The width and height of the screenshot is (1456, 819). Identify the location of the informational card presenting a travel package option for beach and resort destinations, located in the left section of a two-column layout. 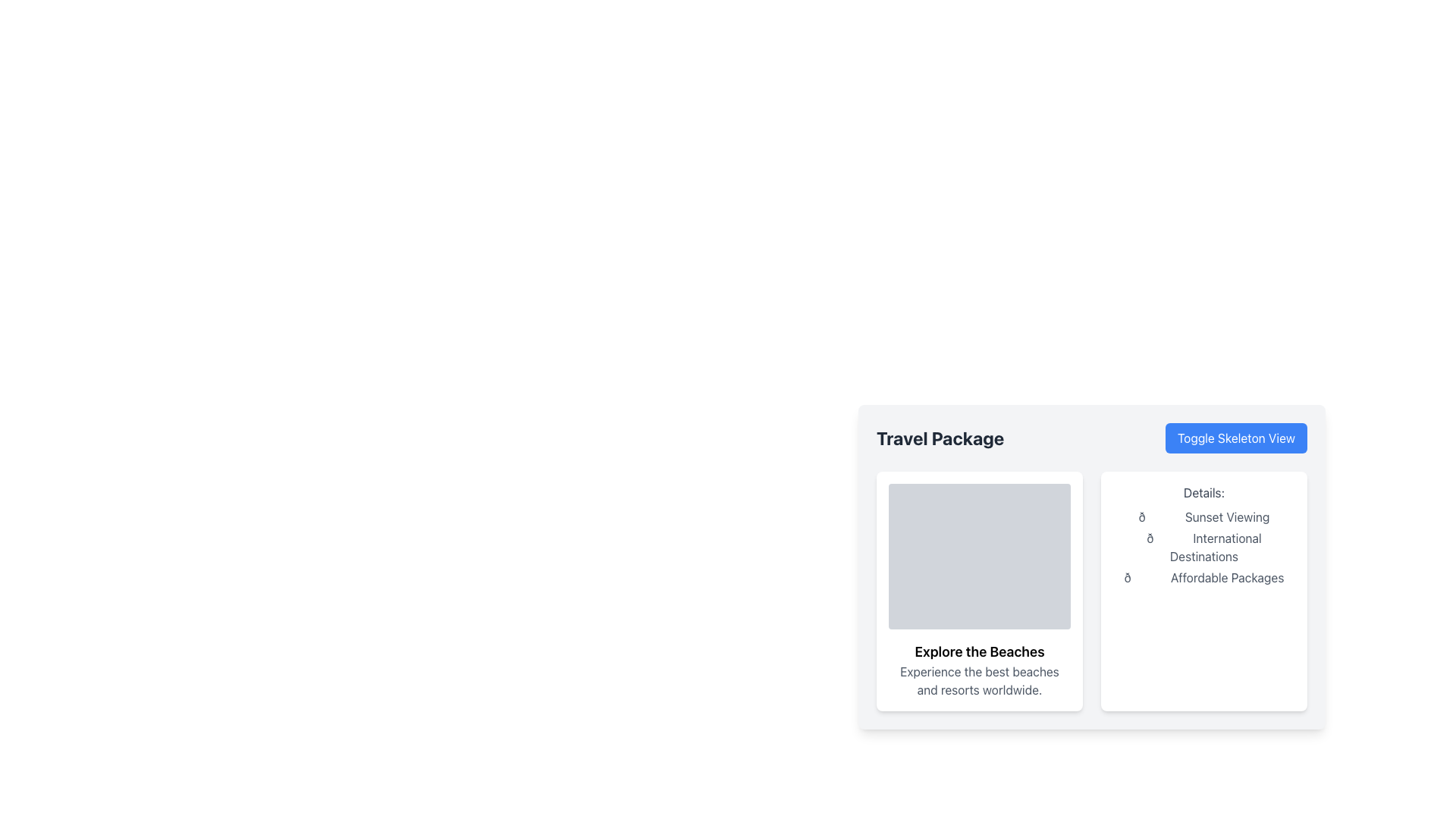
(979, 590).